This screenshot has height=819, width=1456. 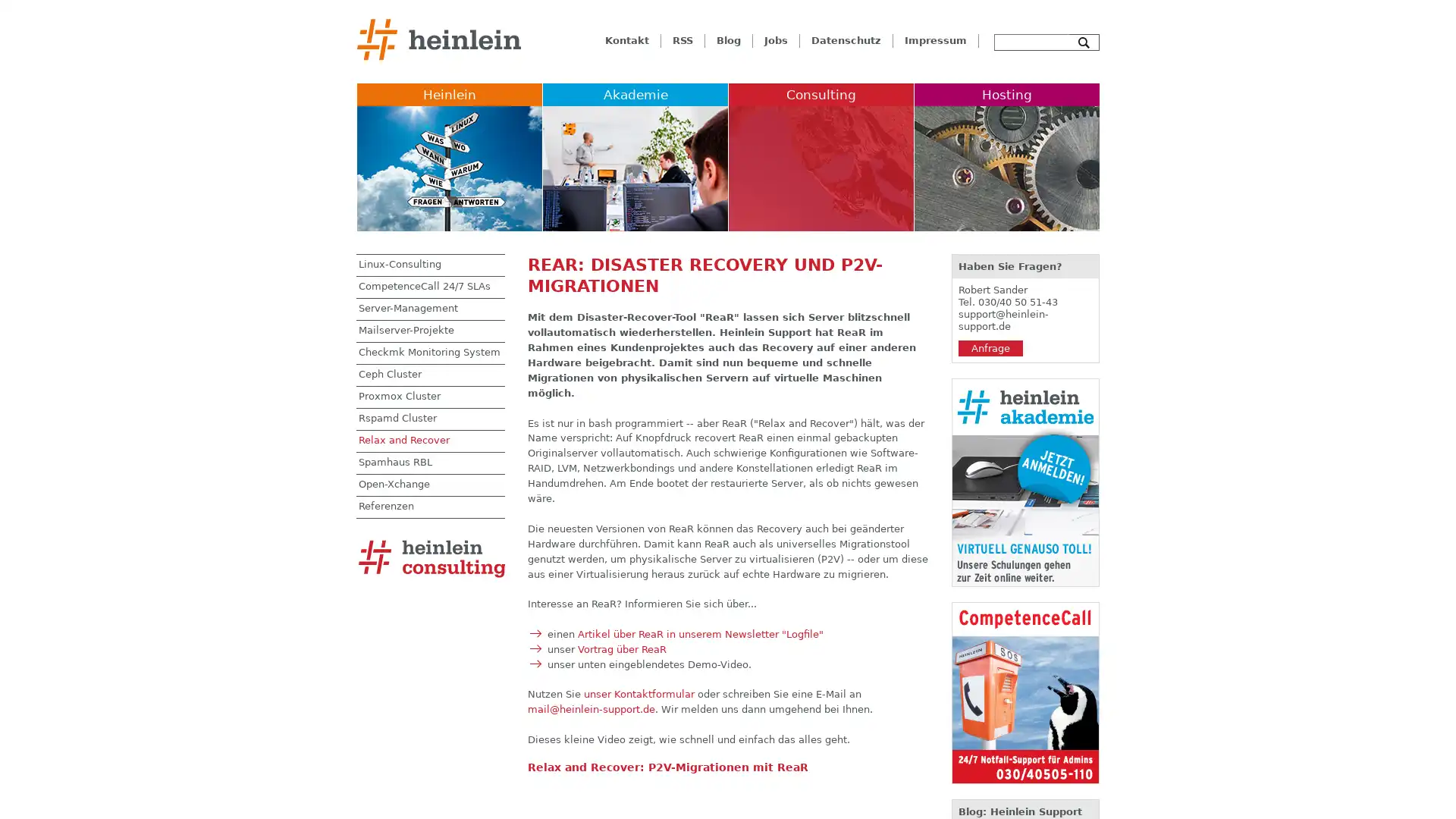 I want to click on Suche, so click(x=1084, y=42).